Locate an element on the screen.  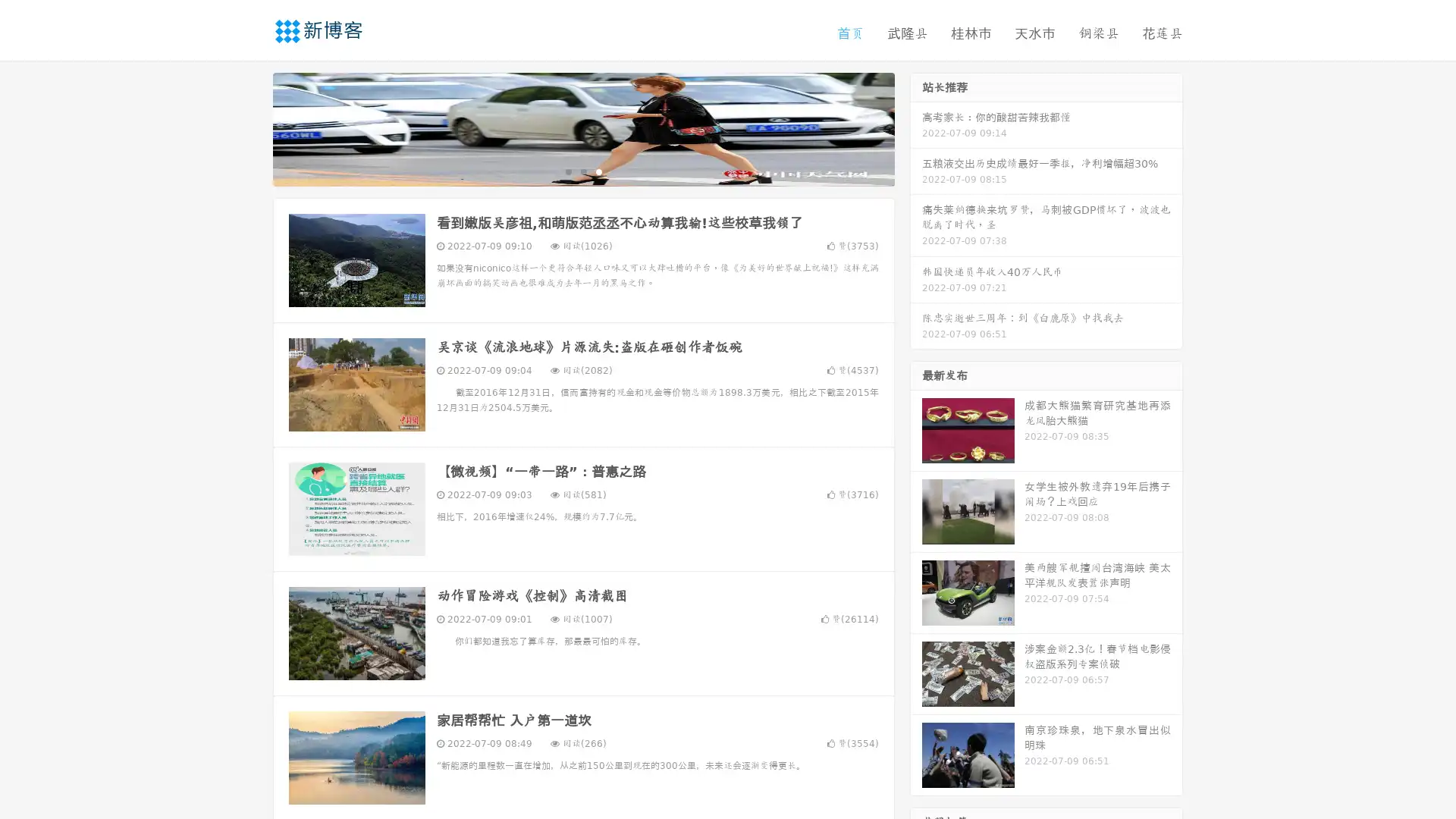
Next slide is located at coordinates (916, 127).